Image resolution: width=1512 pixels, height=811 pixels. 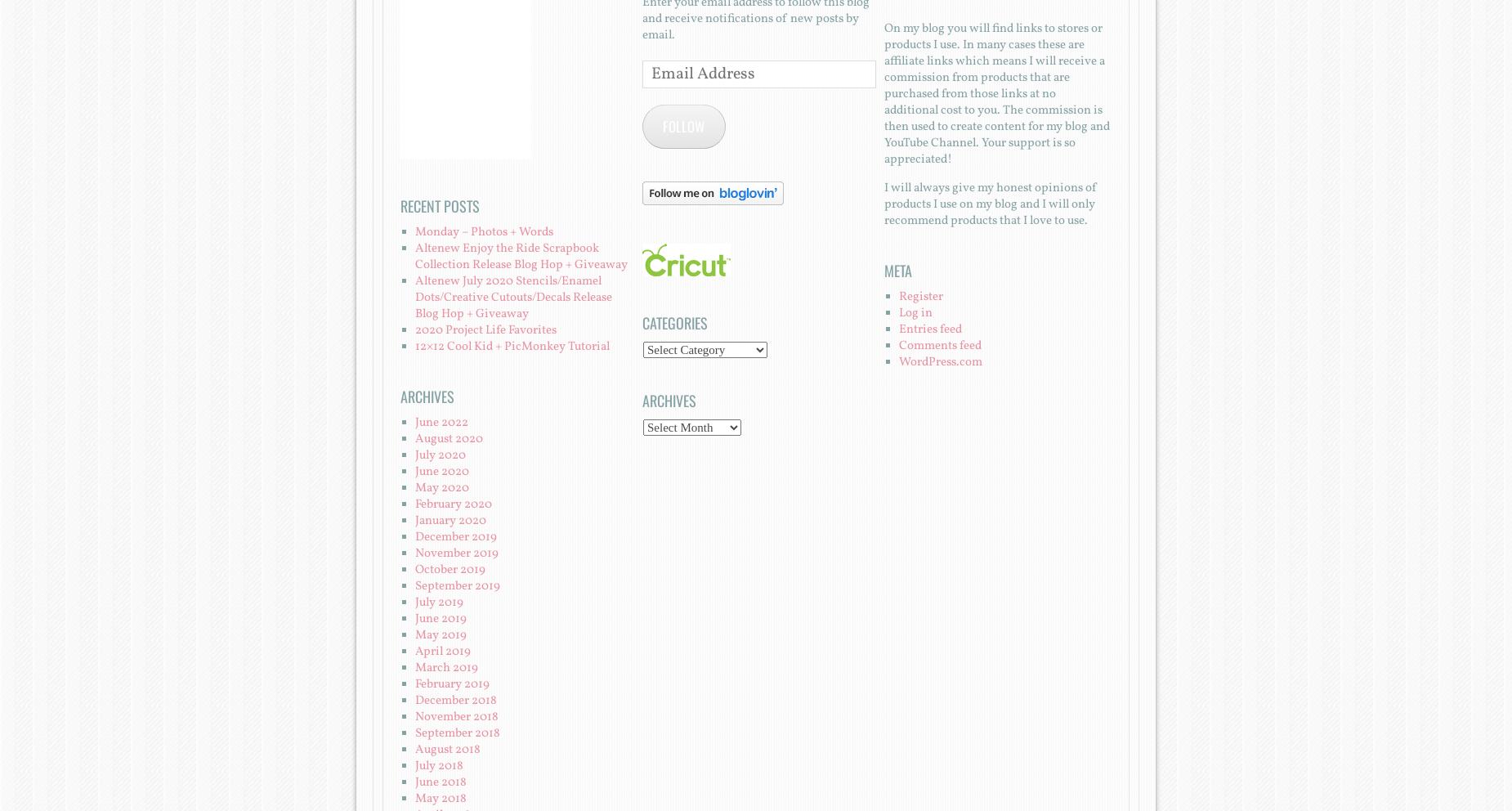 I want to click on 'Comments feed', so click(x=938, y=344).